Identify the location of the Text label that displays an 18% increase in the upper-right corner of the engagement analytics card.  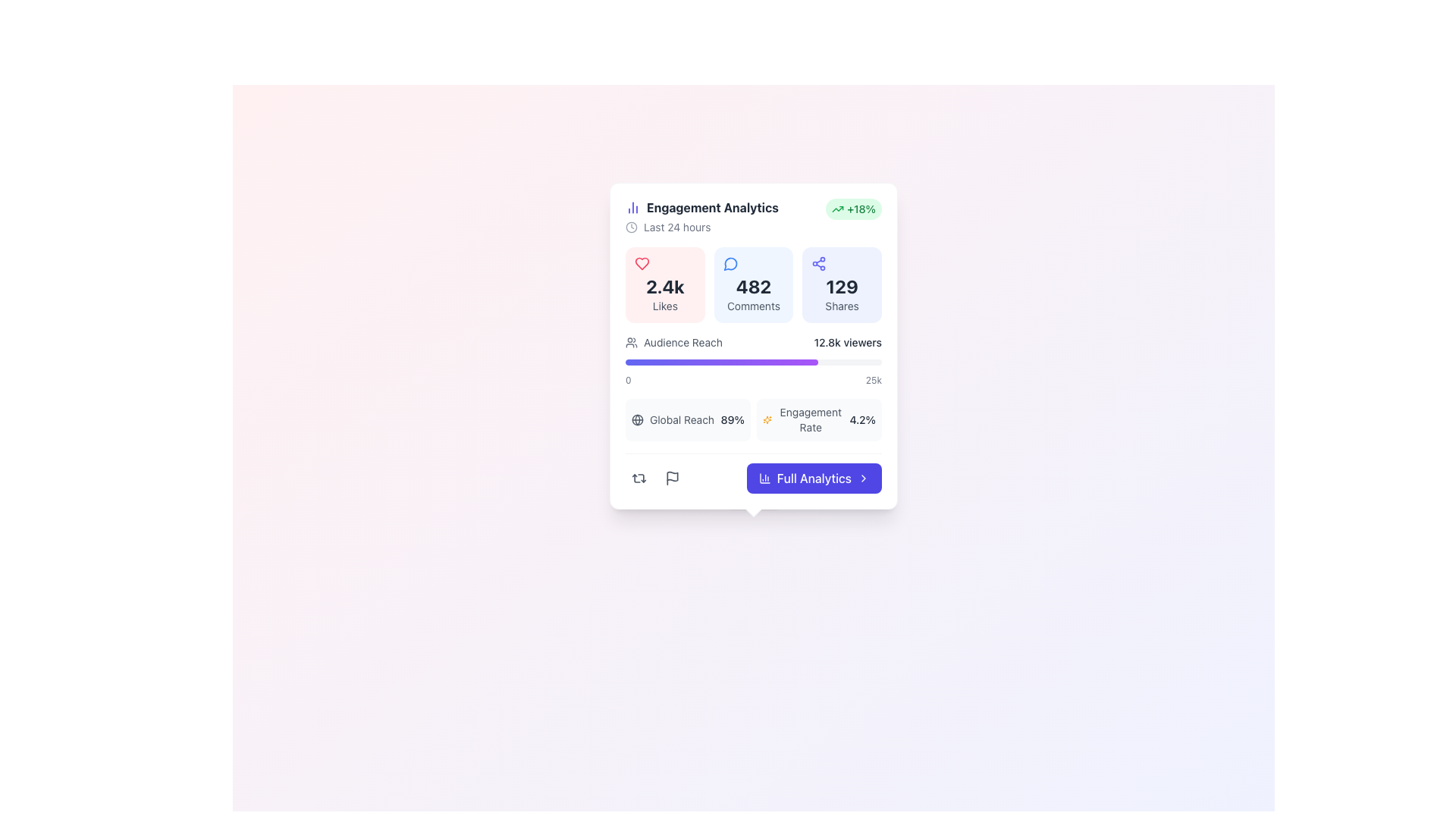
(861, 209).